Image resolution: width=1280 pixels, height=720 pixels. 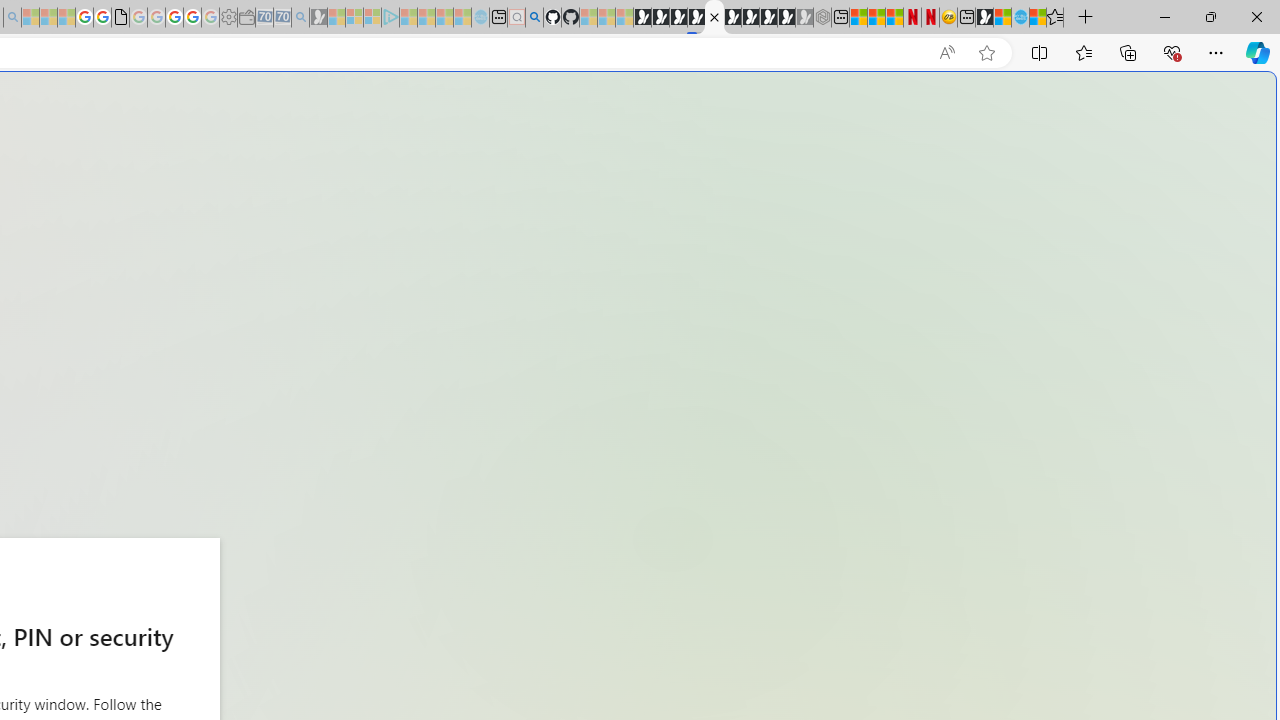 What do you see at coordinates (714, 17) in the screenshot?
I see `'Sign in to your account'` at bounding box center [714, 17].